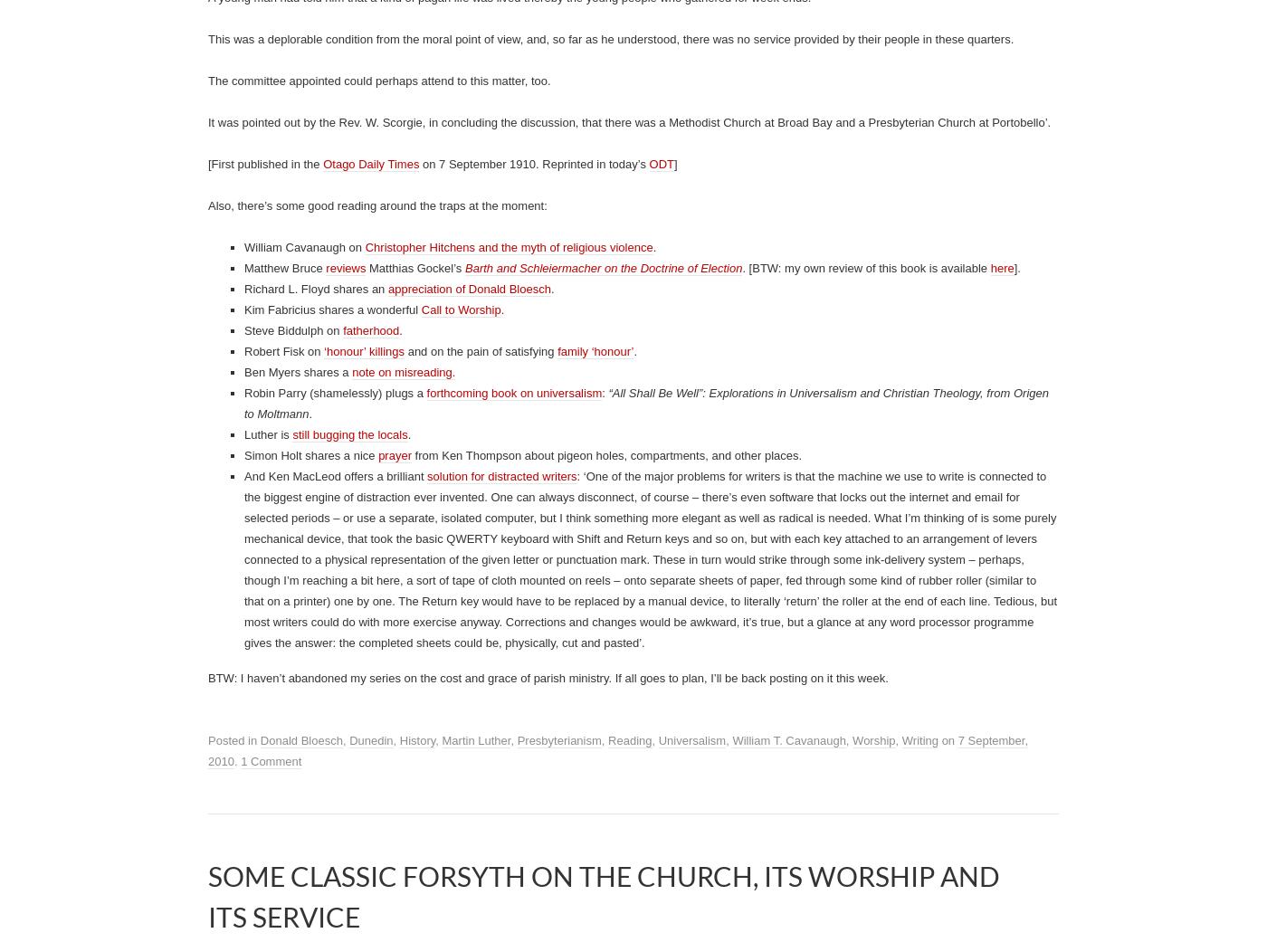 Image resolution: width=1267 pixels, height=952 pixels. Describe the element at coordinates (512, 545) in the screenshot. I see `'The Rev. J. Chisholm said it seemed to him that more       attention should be given to these seaside resorts in the       future.'` at that location.